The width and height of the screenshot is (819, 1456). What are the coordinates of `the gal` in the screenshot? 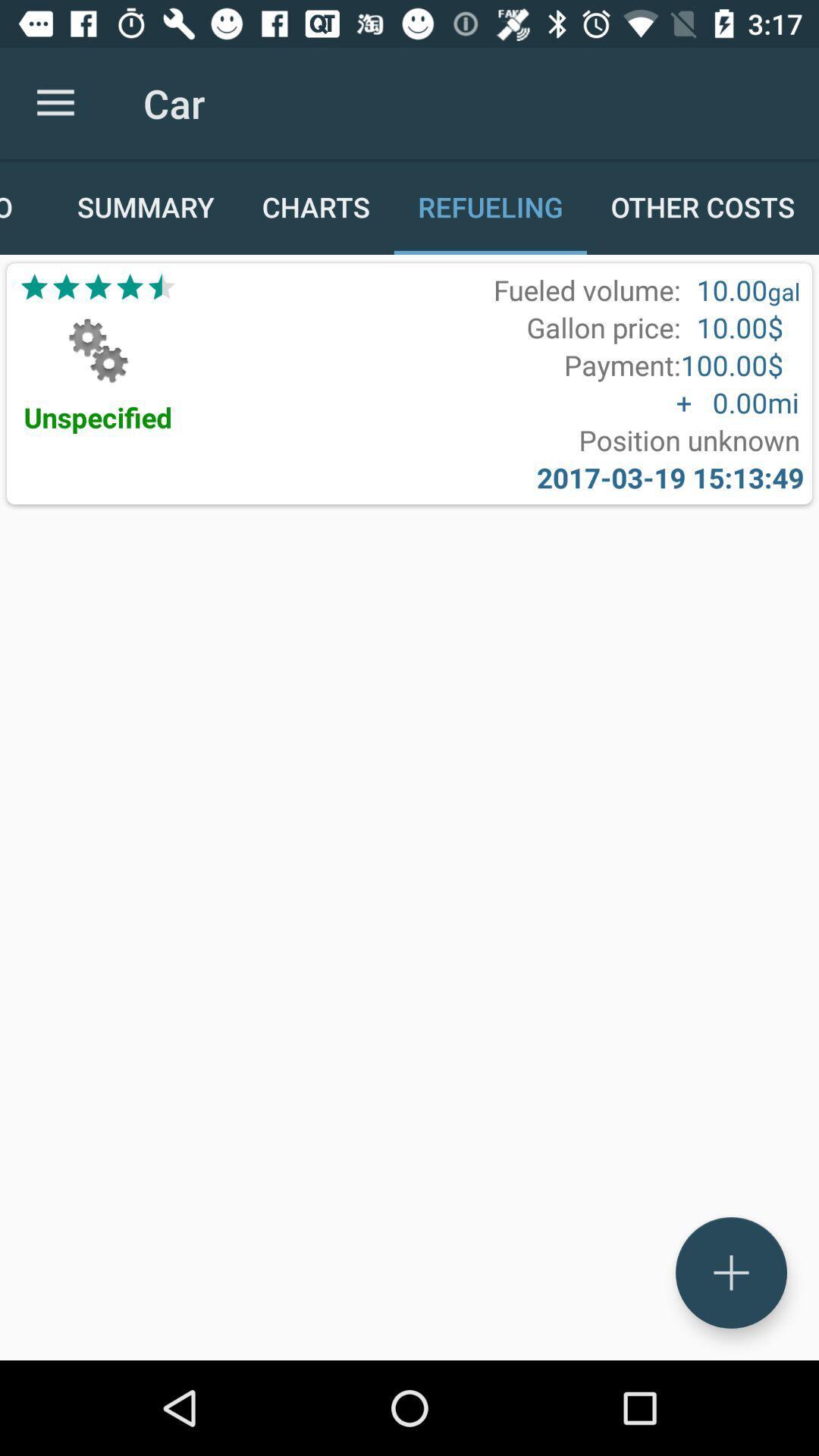 It's located at (783, 291).